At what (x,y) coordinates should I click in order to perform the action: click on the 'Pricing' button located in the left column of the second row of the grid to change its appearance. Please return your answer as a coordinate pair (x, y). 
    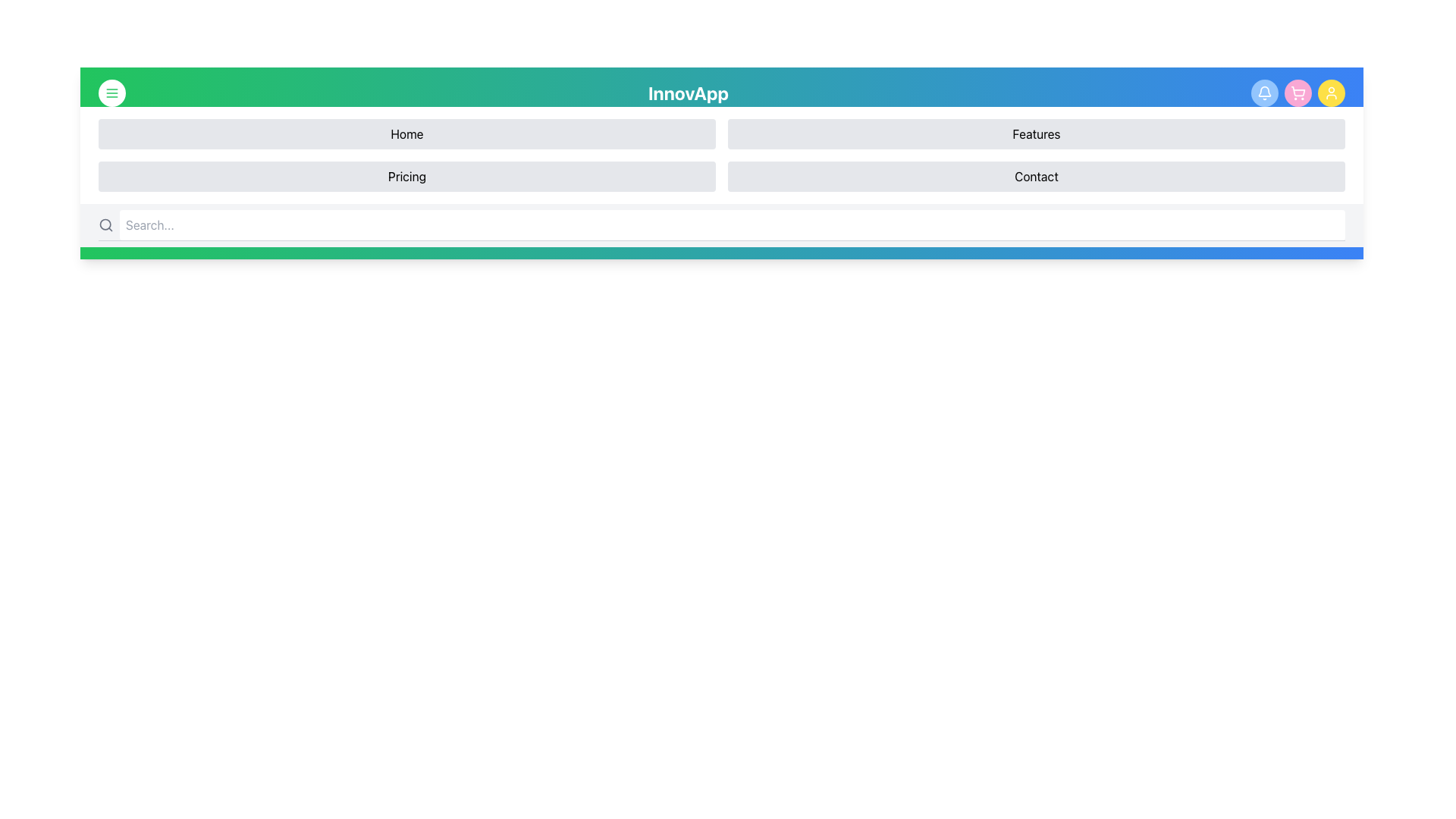
    Looking at the image, I should click on (407, 175).